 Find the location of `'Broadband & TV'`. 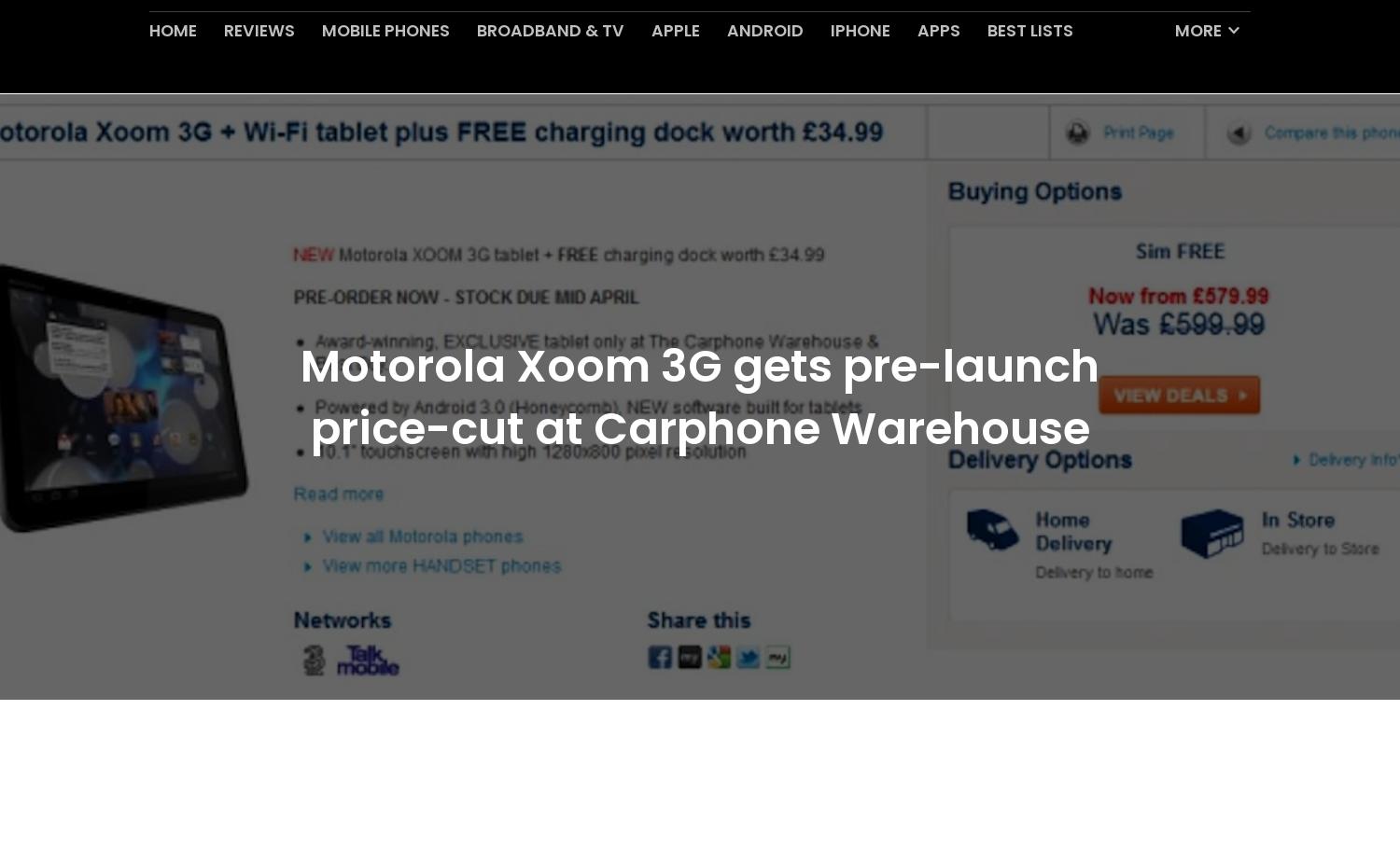

'Broadband & TV' is located at coordinates (549, 74).